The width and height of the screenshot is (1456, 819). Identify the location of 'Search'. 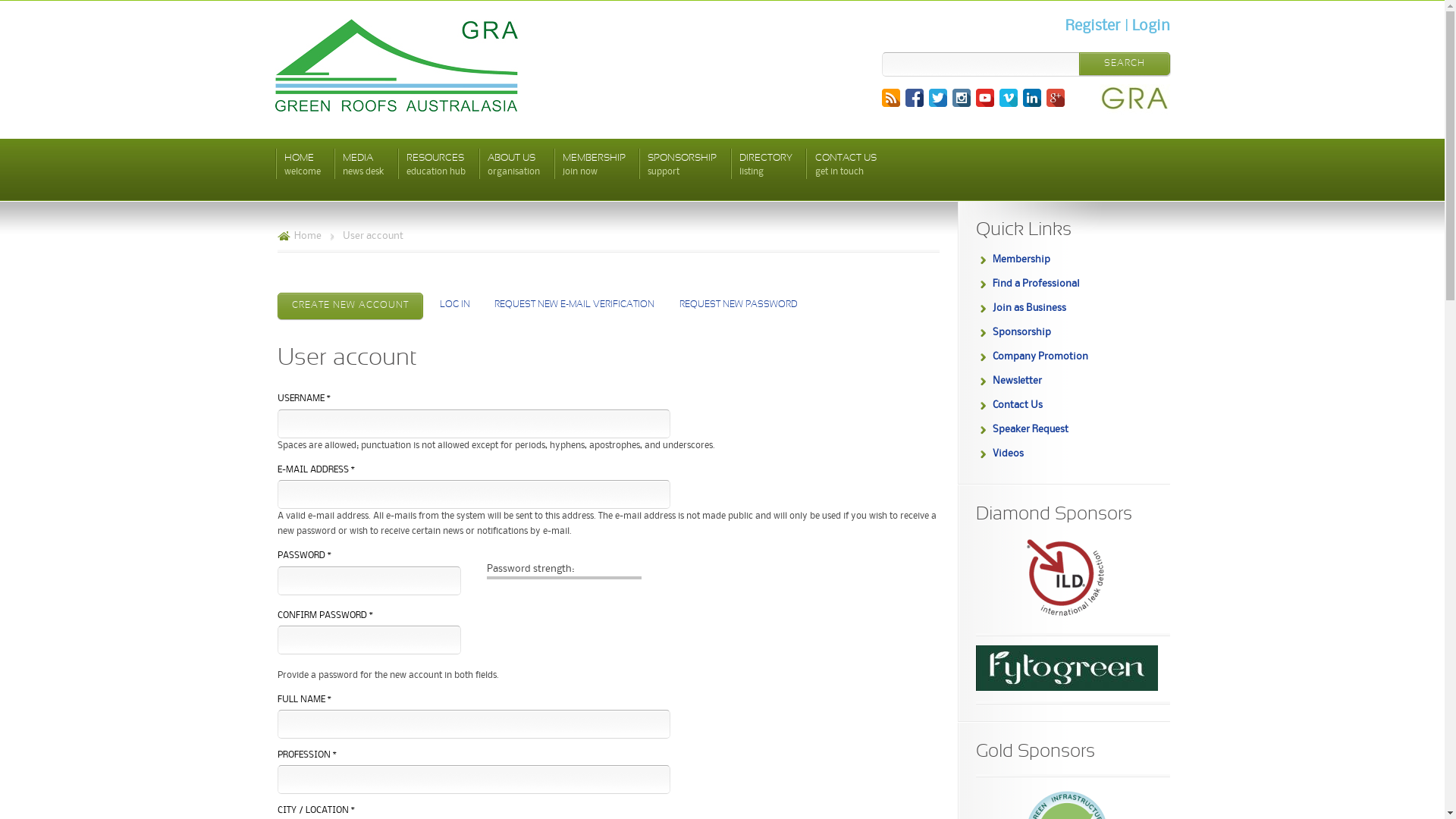
(1124, 63).